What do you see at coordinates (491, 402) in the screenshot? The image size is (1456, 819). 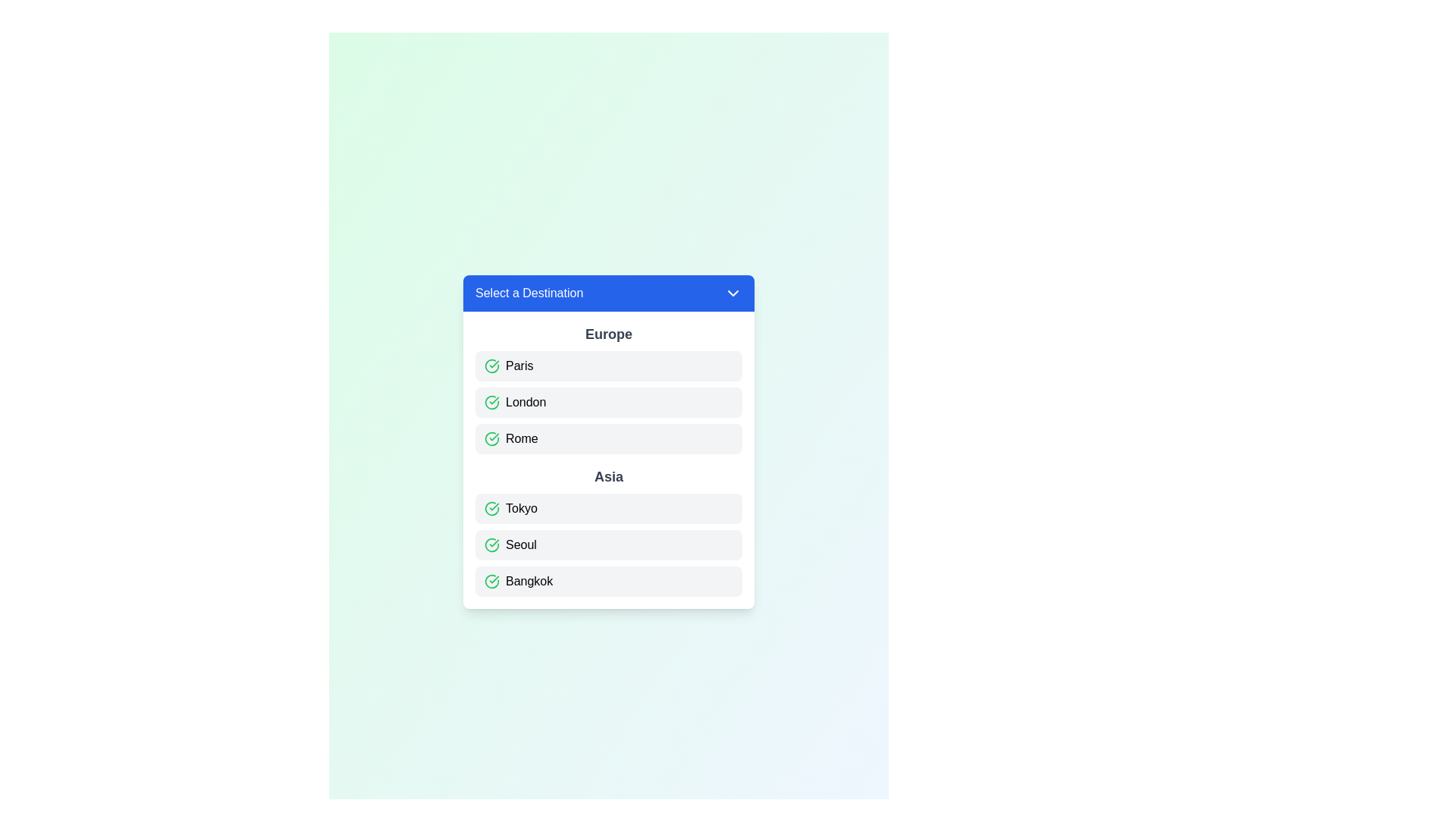 I see `the circular icon with a green checkmark next to the text 'London'` at bounding box center [491, 402].